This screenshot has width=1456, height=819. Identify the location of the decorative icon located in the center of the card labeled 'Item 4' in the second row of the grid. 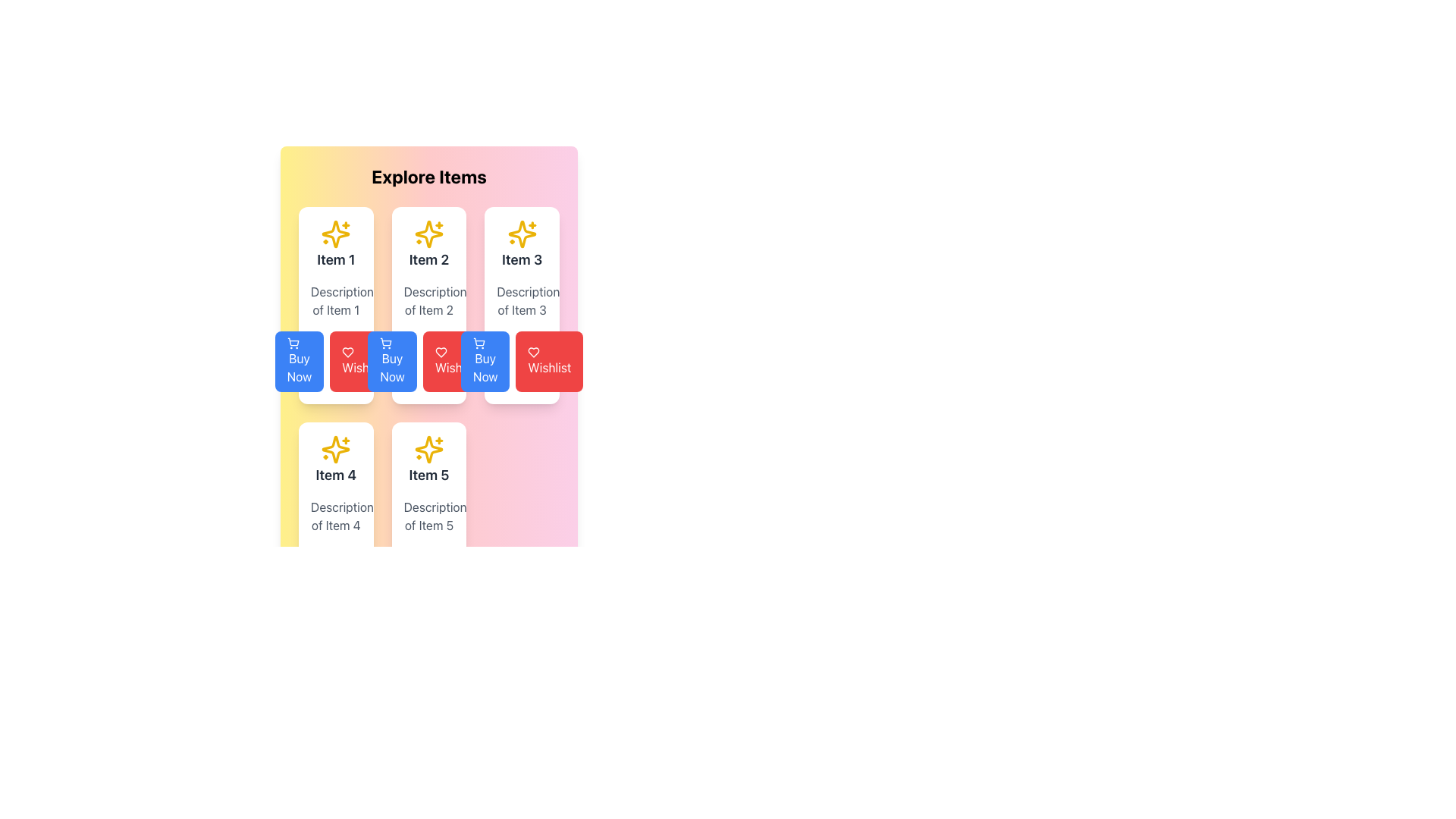
(335, 449).